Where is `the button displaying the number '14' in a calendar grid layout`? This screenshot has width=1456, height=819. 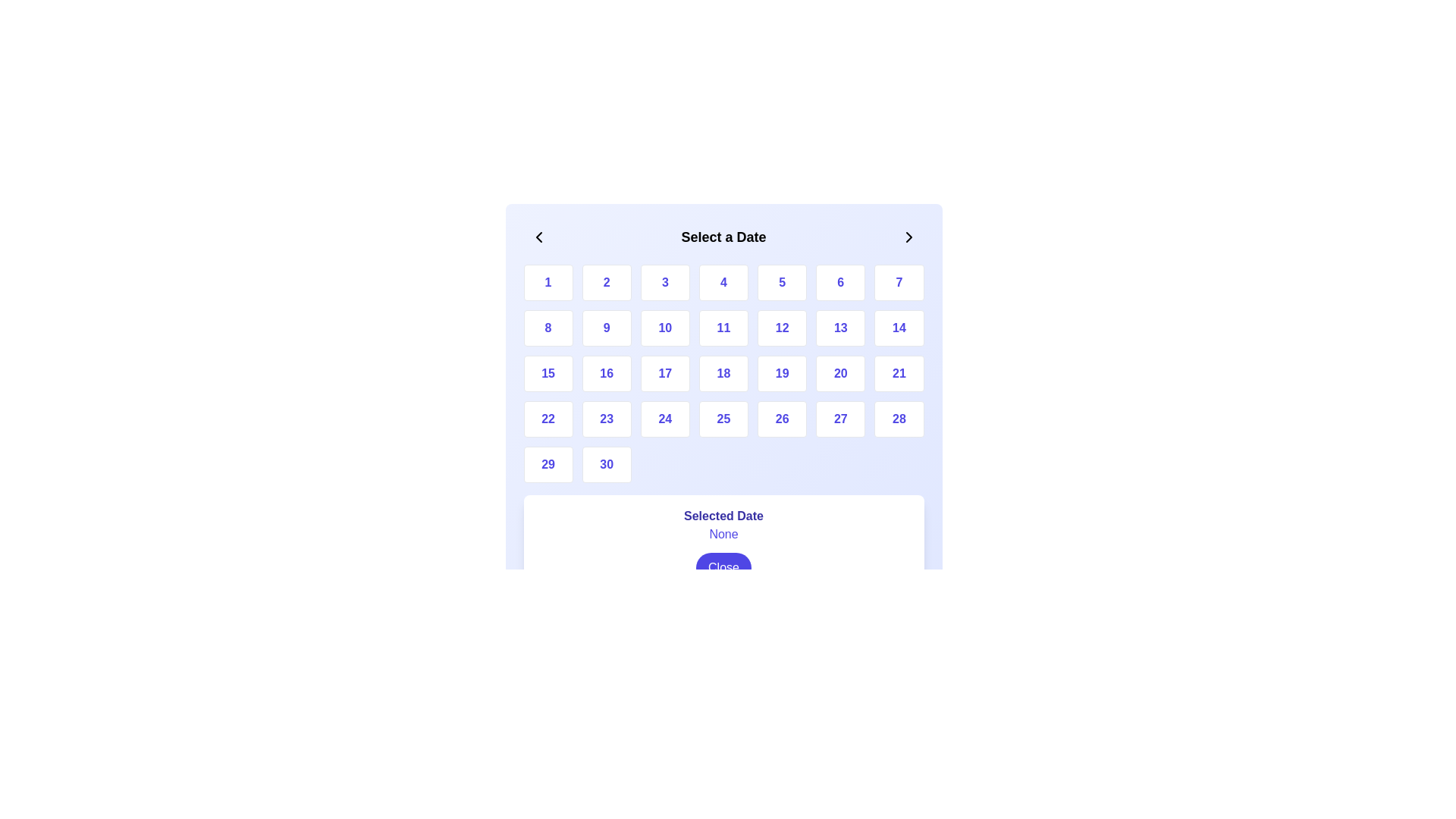
the button displaying the number '14' in a calendar grid layout is located at coordinates (899, 327).